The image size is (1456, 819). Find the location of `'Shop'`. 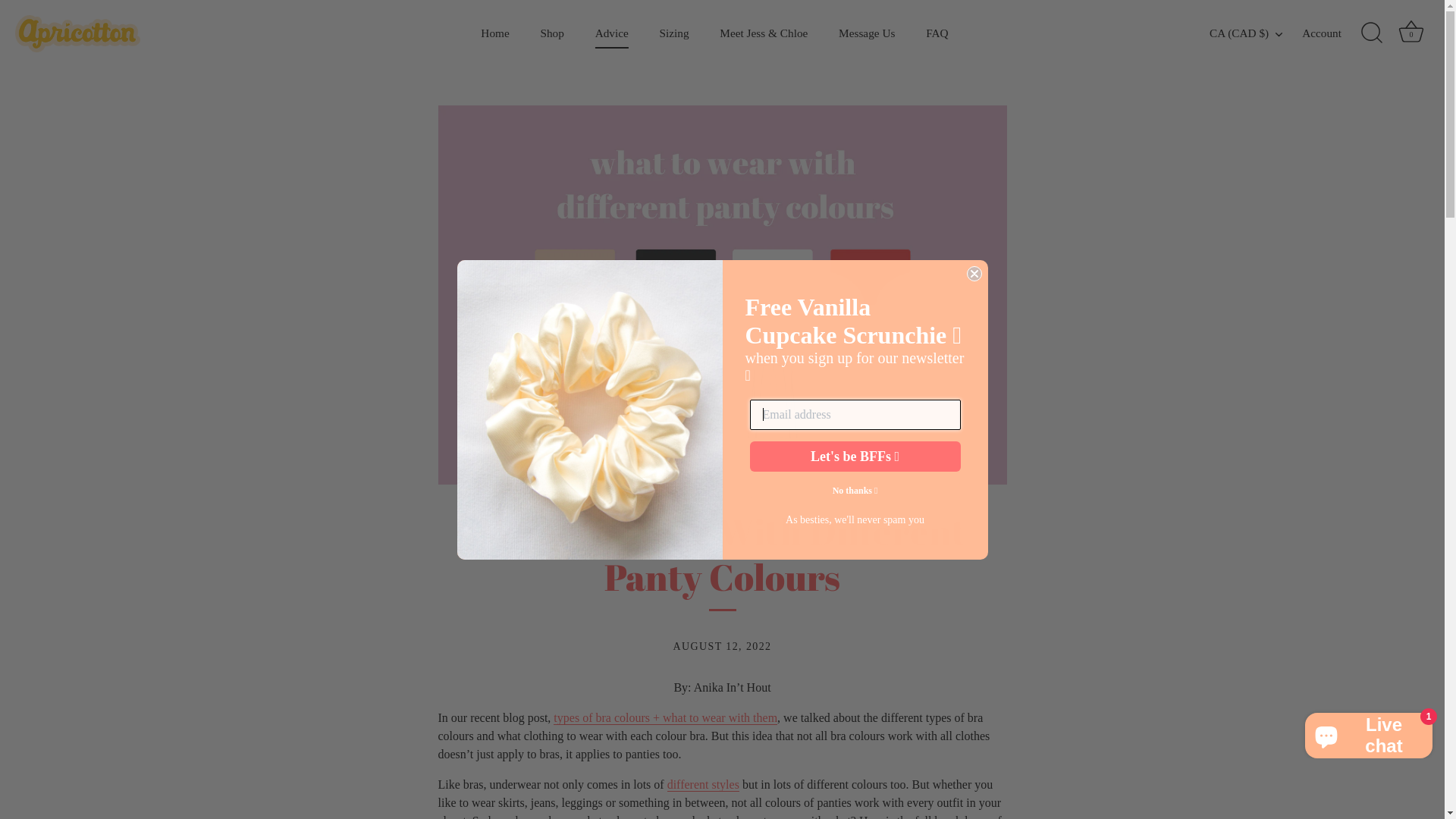

'Shop' is located at coordinates (526, 33).